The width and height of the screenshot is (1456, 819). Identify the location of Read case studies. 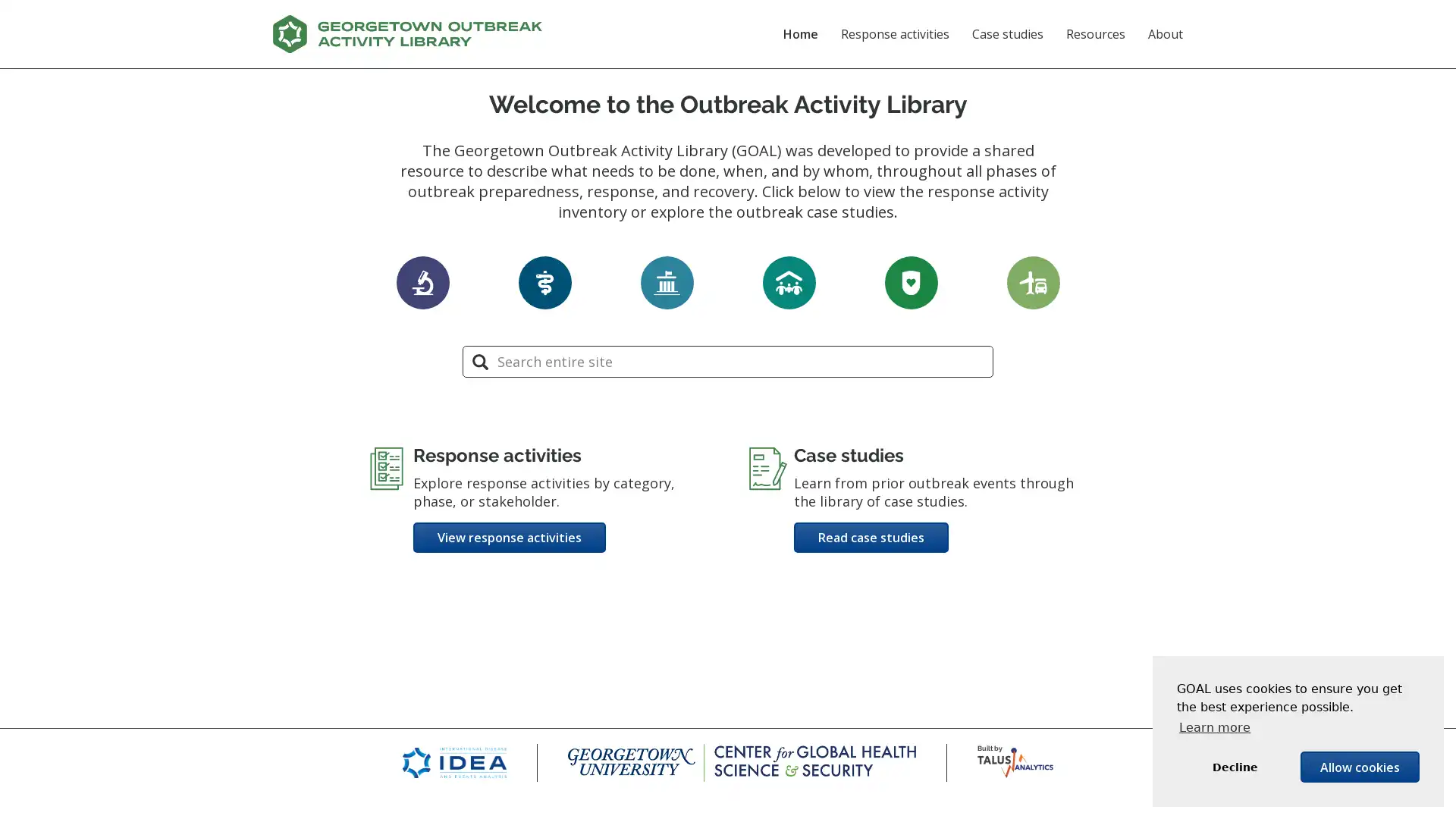
(871, 537).